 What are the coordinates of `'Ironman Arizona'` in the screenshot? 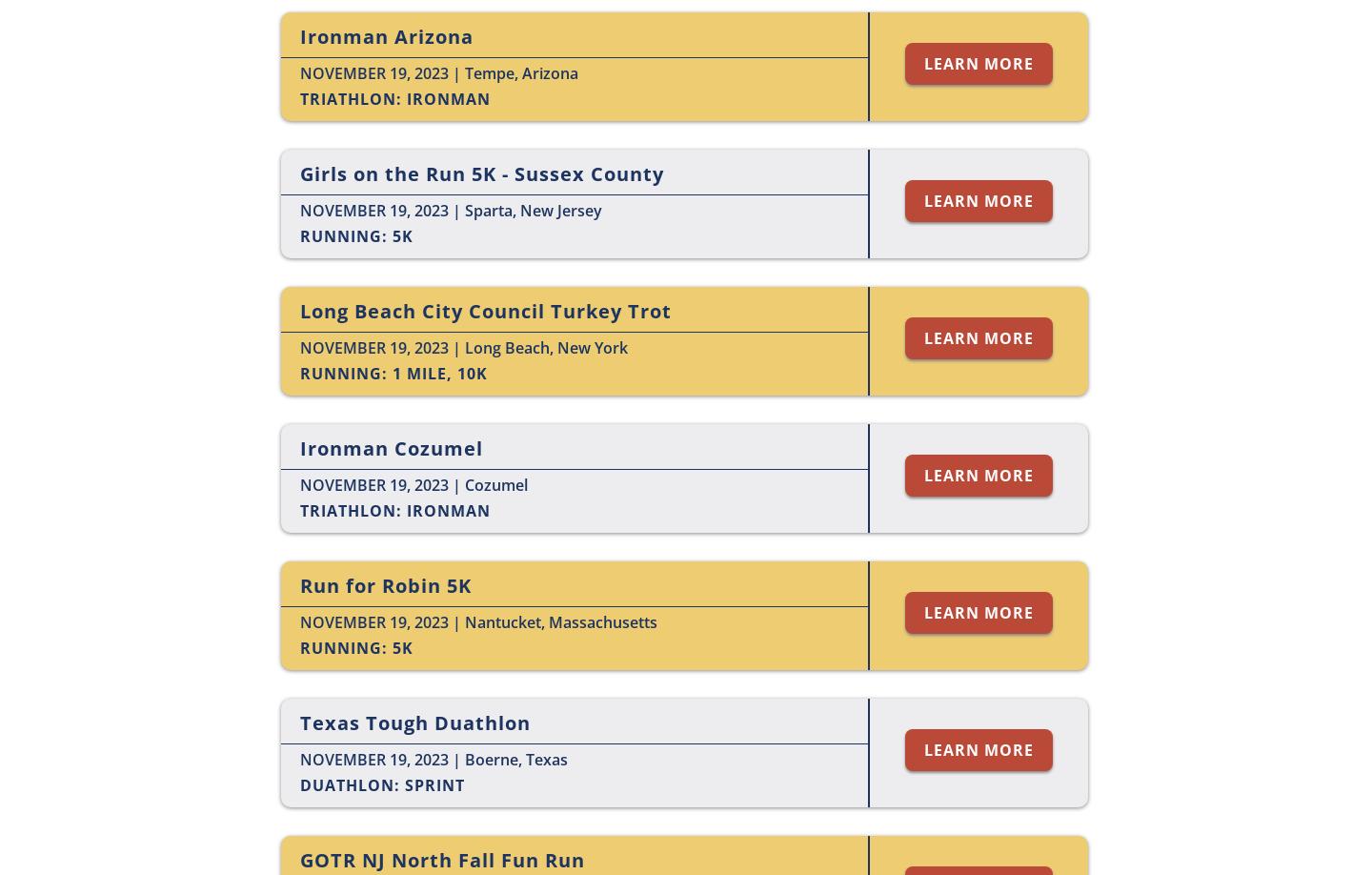 It's located at (385, 36).